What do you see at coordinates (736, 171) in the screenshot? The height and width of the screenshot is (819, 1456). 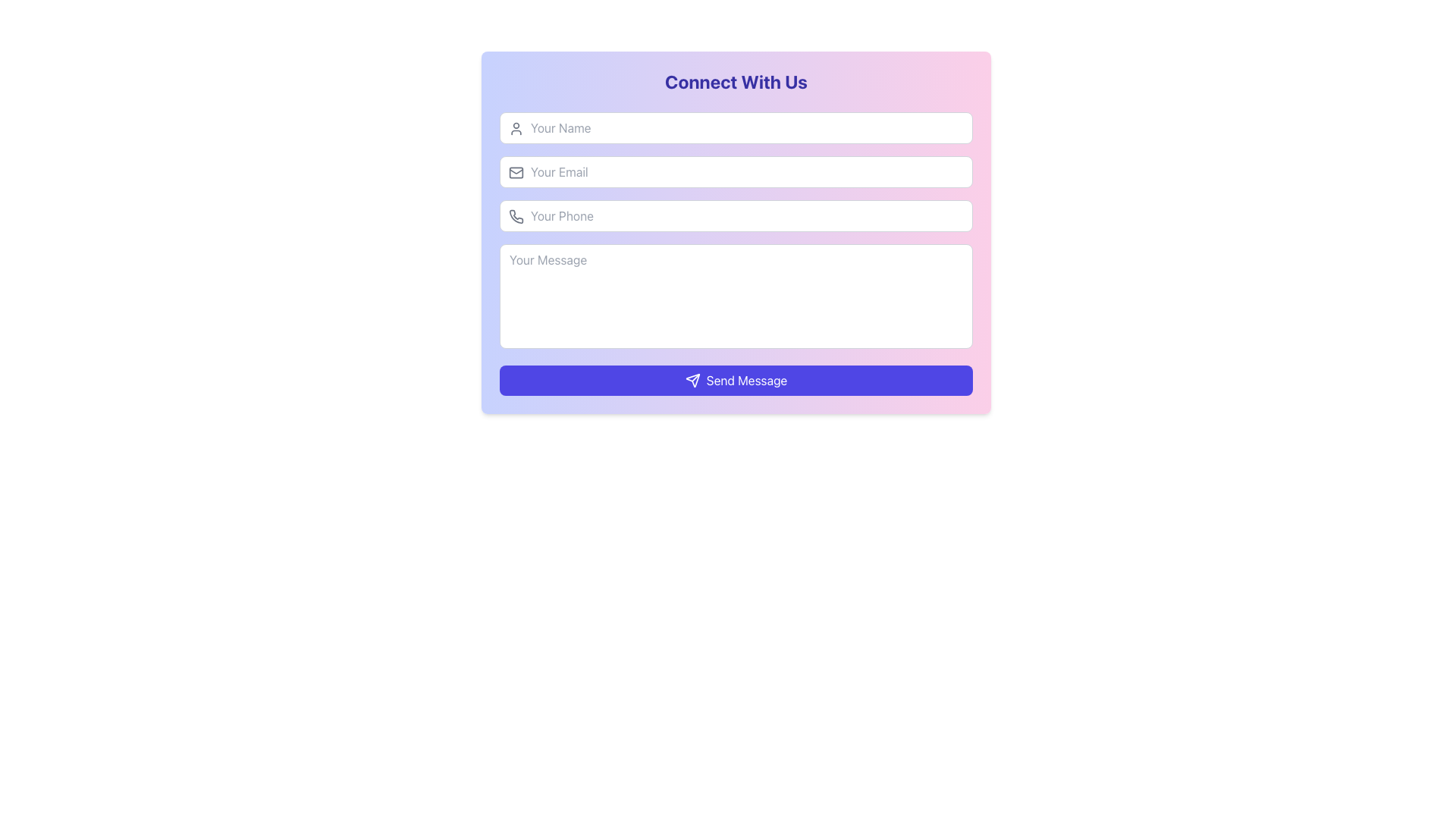 I see `the email input field in the 'Connect With Us' form to focus it` at bounding box center [736, 171].